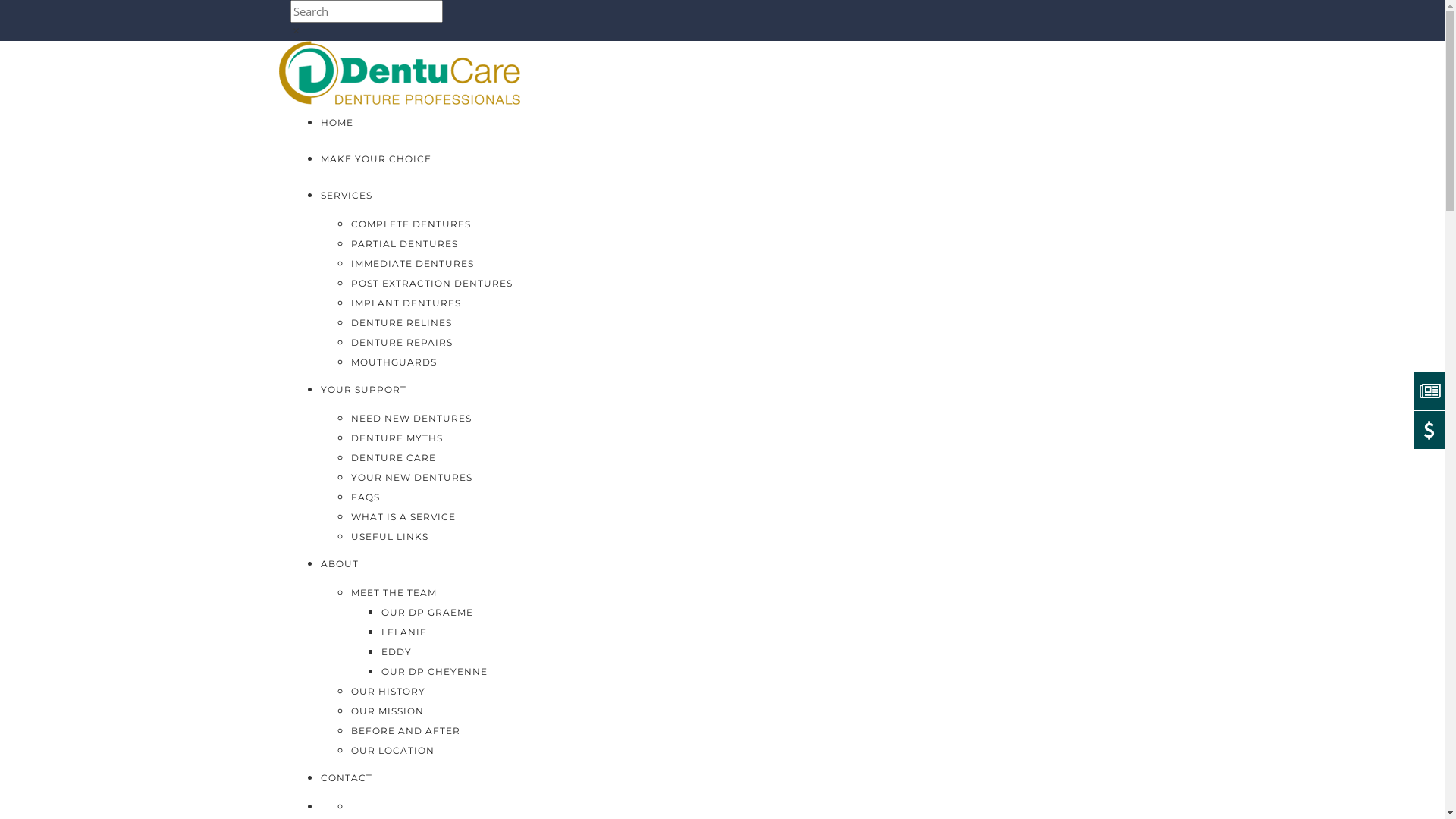 This screenshot has width=1456, height=819. Describe the element at coordinates (319, 563) in the screenshot. I see `'ABOUT'` at that location.